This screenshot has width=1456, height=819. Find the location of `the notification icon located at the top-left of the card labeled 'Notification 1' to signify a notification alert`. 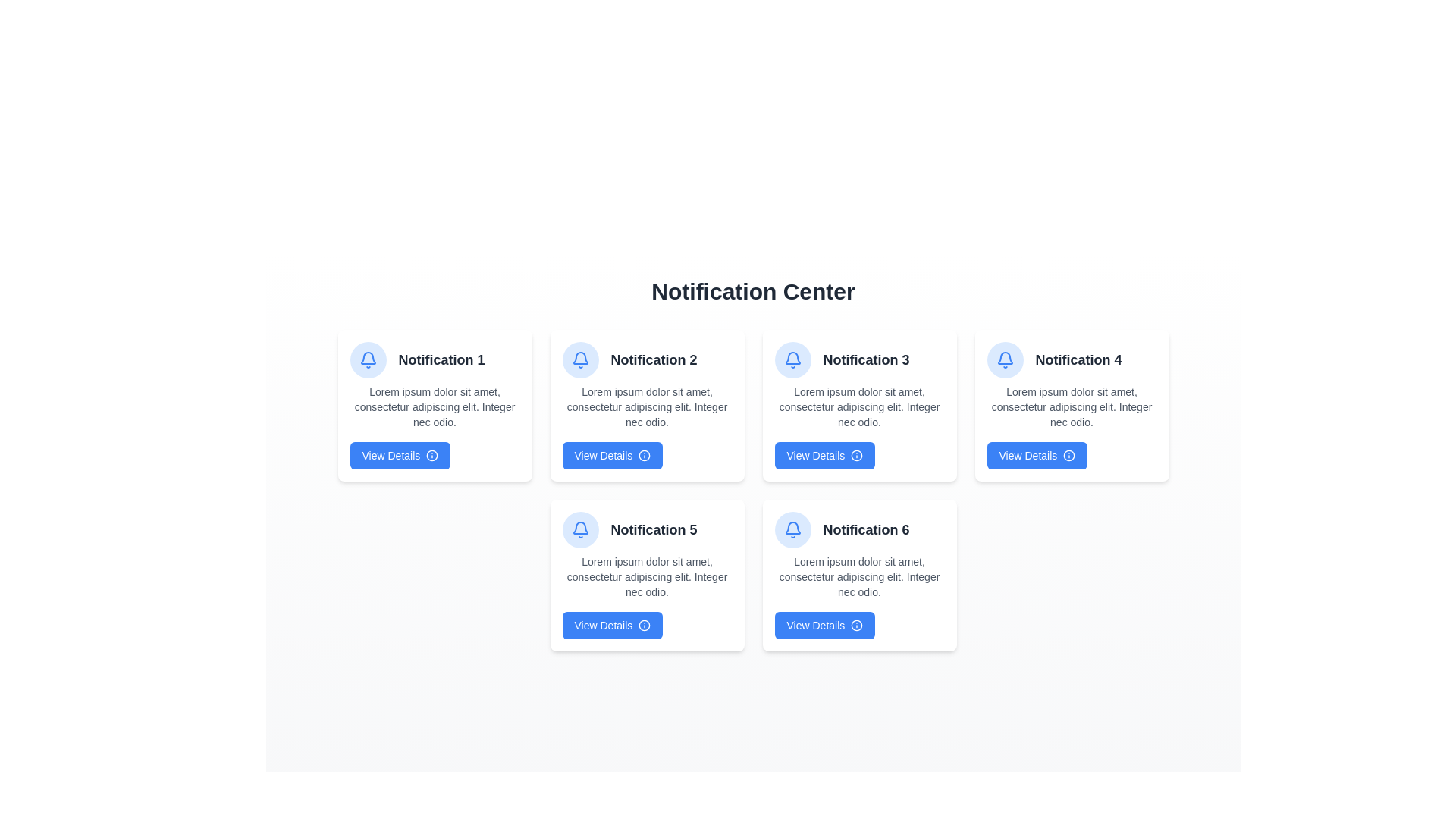

the notification icon located at the top-left of the card labeled 'Notification 1' to signify a notification alert is located at coordinates (368, 359).